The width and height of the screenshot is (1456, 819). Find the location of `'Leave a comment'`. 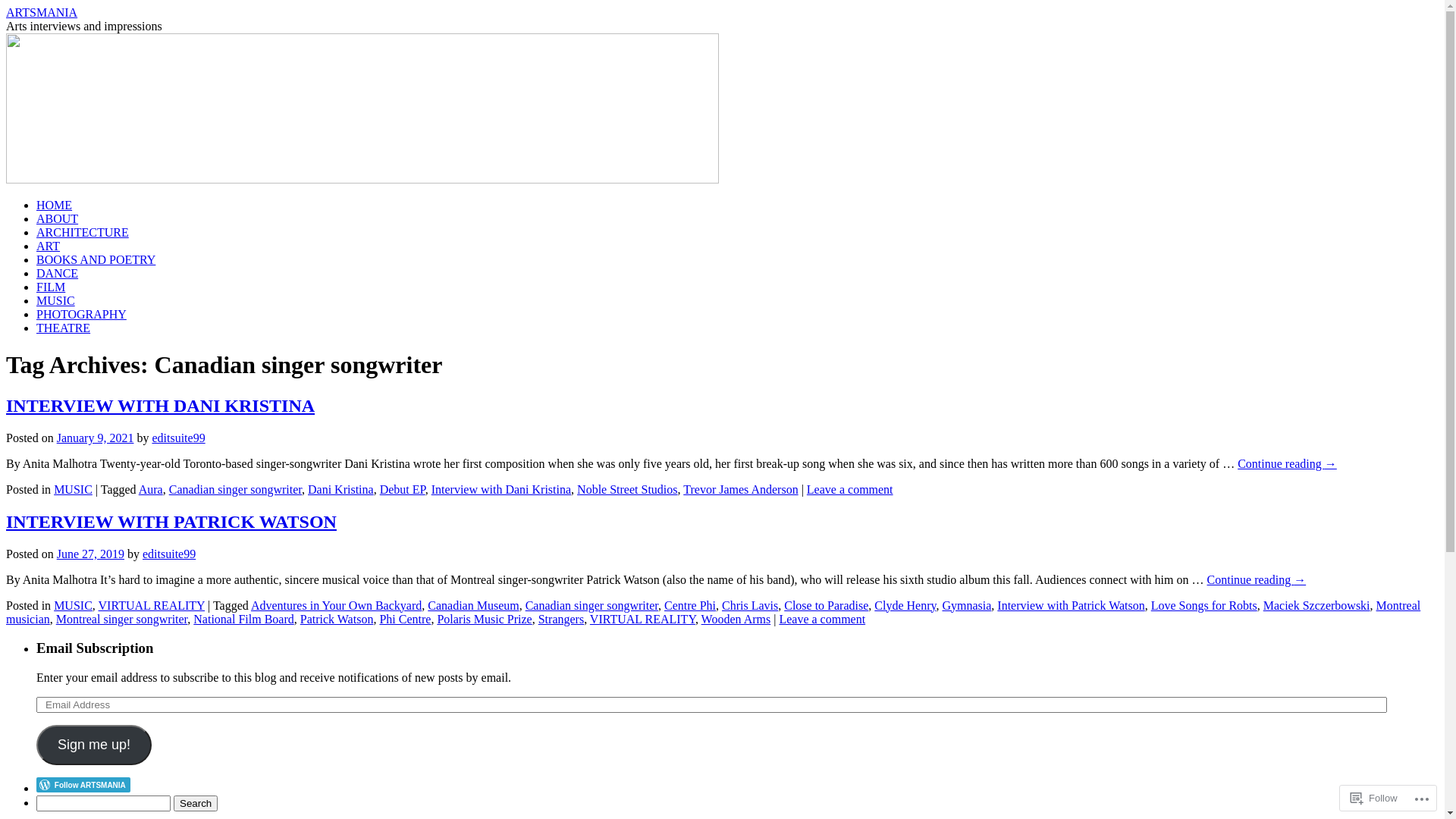

'Leave a comment' is located at coordinates (821, 619).